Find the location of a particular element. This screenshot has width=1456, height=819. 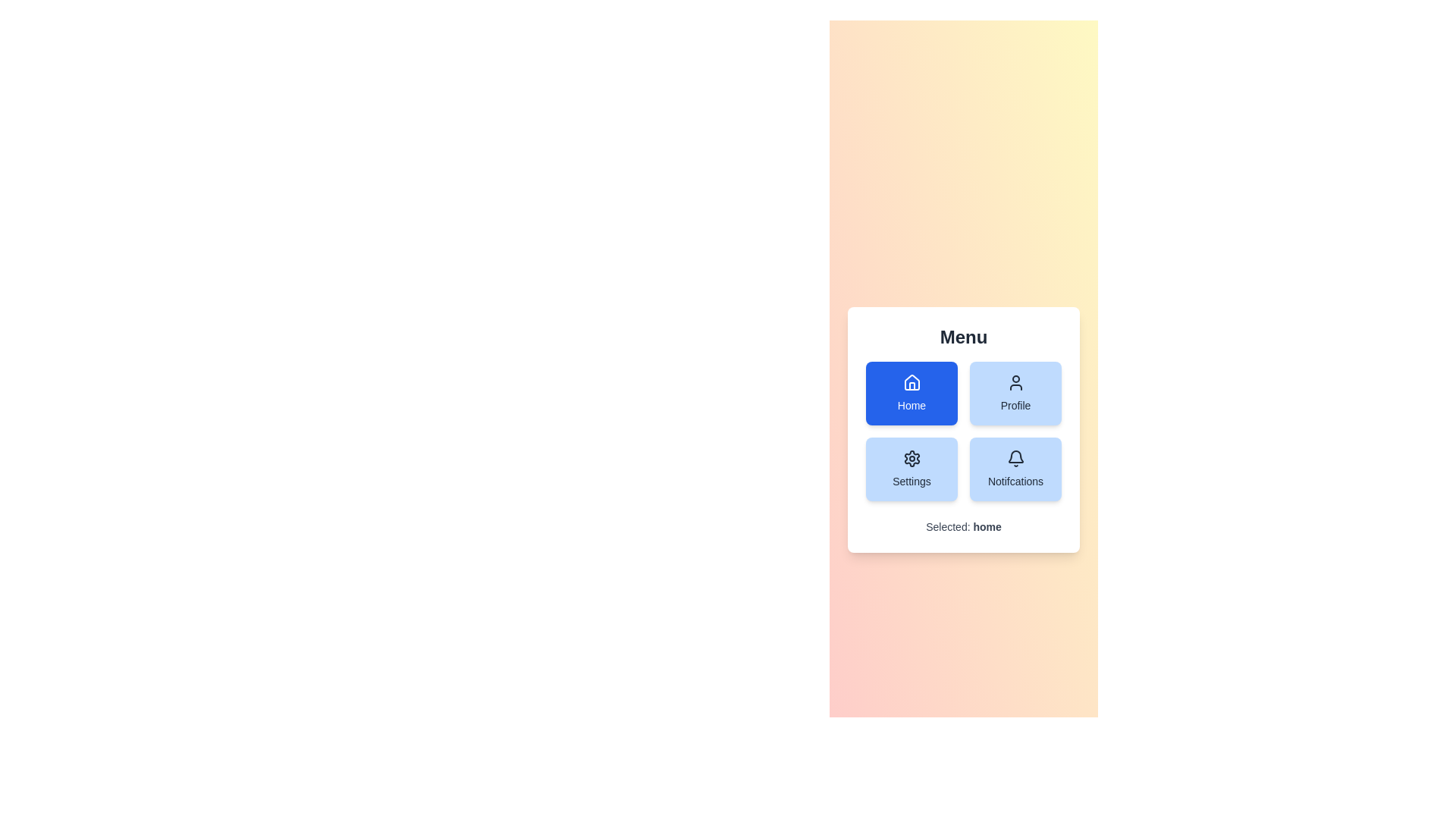

the Home button to select it is located at coordinates (911, 393).